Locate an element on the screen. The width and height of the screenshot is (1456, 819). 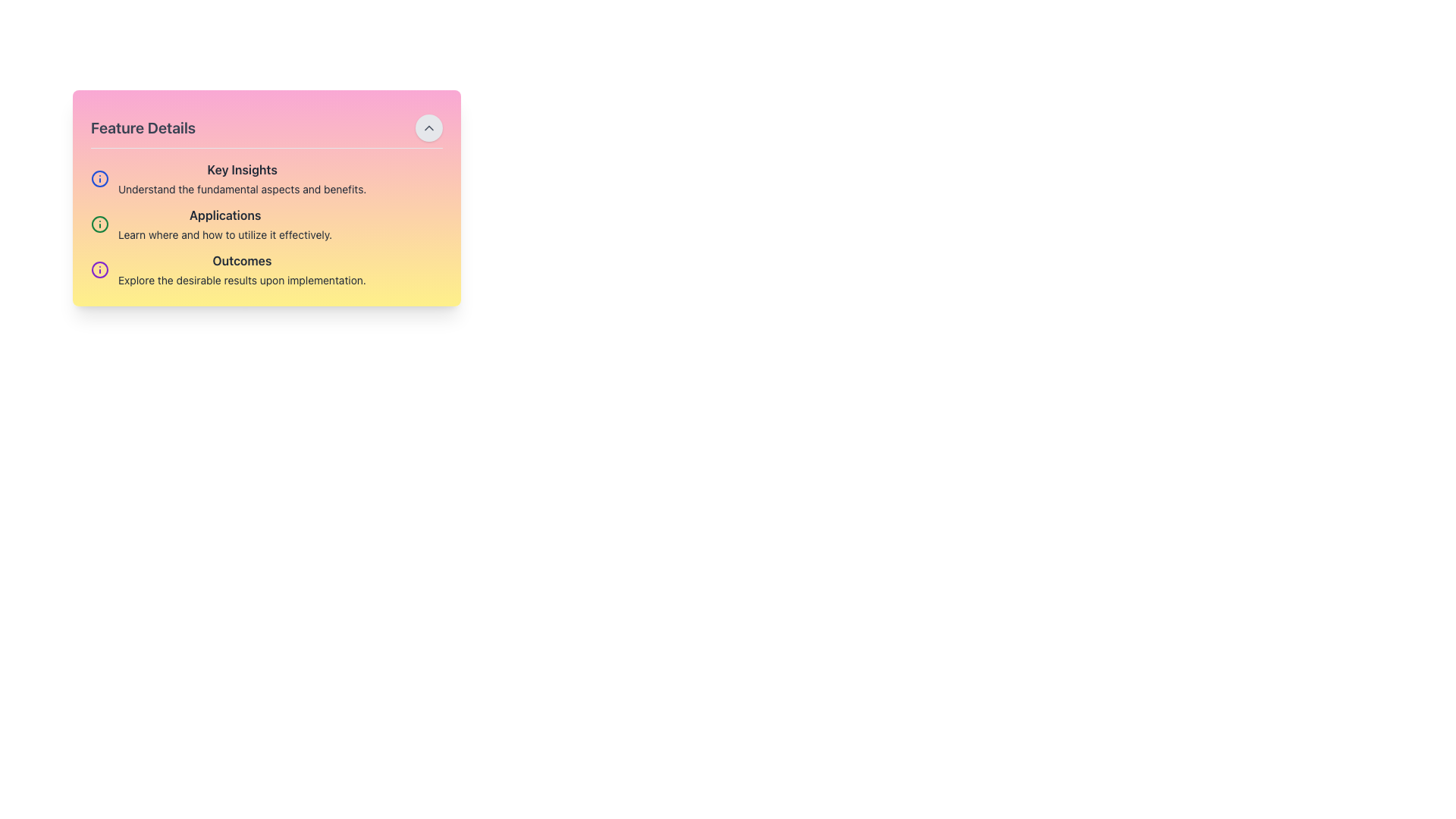
the circular information icon with a purple outline and an exclamation mark, located in the leftmost section of the 'Outcomes' row, preceding the 'Outcomes' title text is located at coordinates (99, 268).